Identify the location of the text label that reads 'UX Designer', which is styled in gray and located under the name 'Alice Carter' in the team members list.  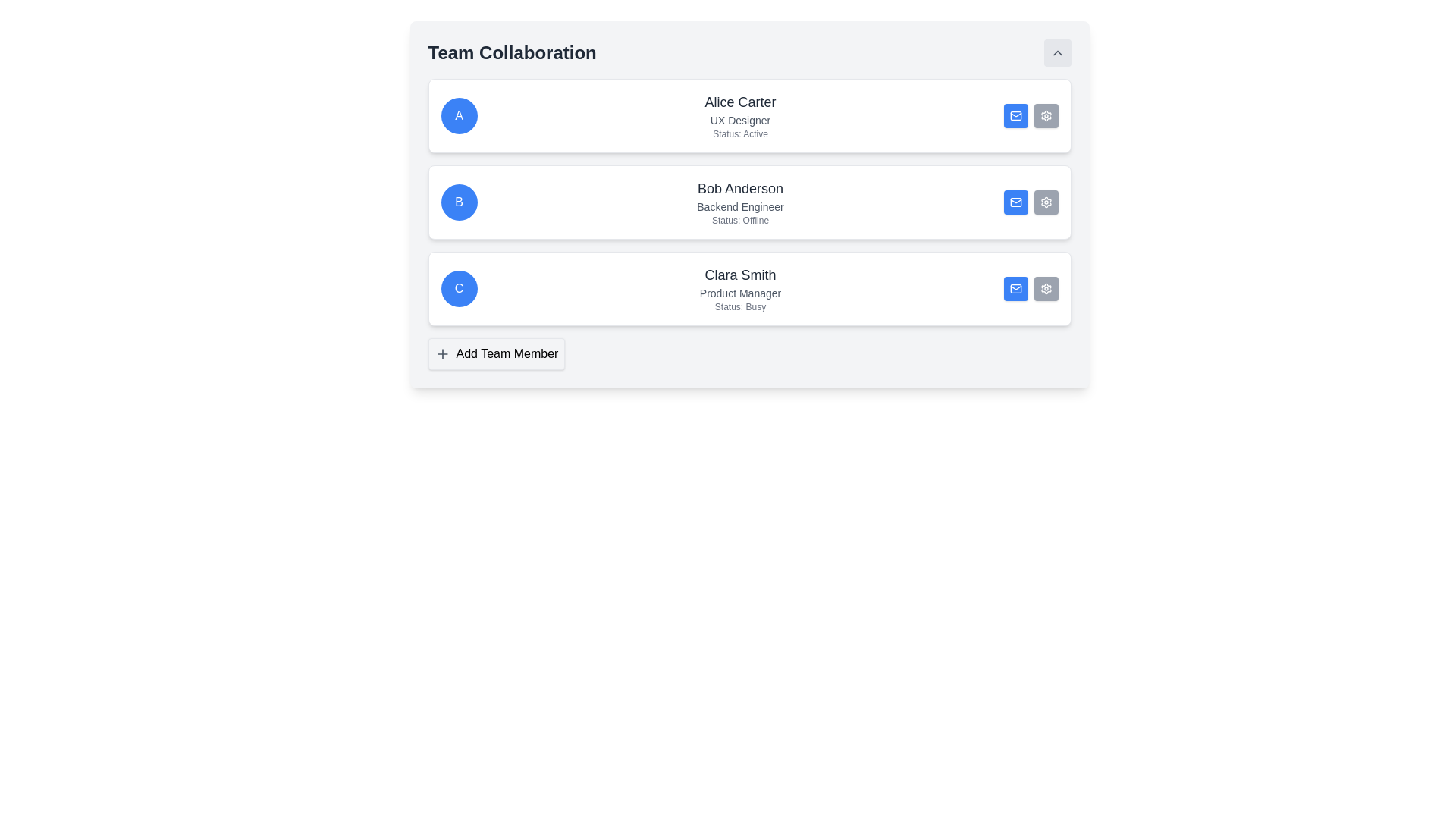
(740, 119).